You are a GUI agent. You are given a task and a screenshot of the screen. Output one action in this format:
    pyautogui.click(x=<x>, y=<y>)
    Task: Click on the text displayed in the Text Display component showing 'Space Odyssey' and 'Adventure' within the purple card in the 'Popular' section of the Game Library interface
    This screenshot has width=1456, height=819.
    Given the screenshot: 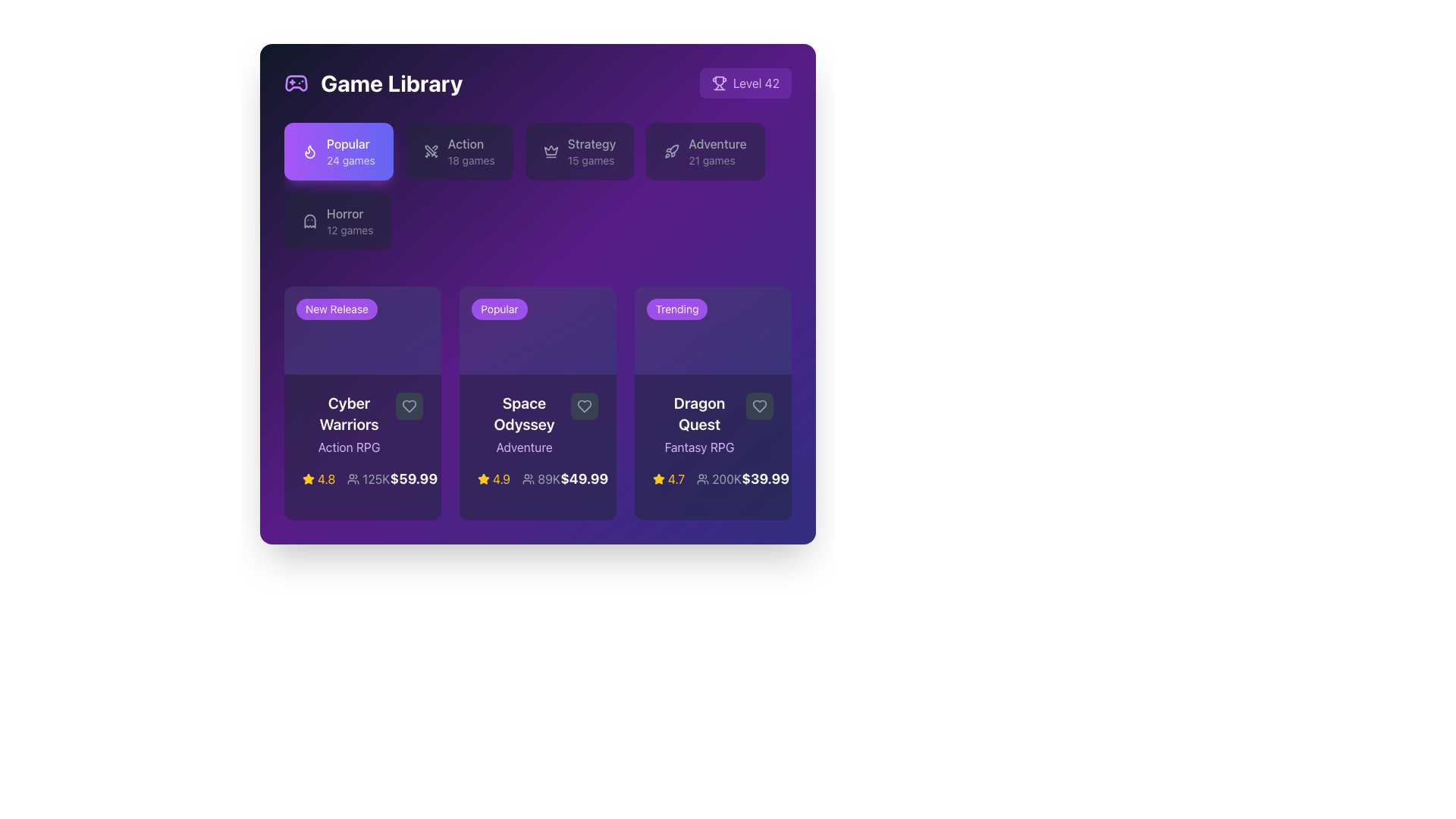 What is the action you would take?
    pyautogui.click(x=524, y=425)
    